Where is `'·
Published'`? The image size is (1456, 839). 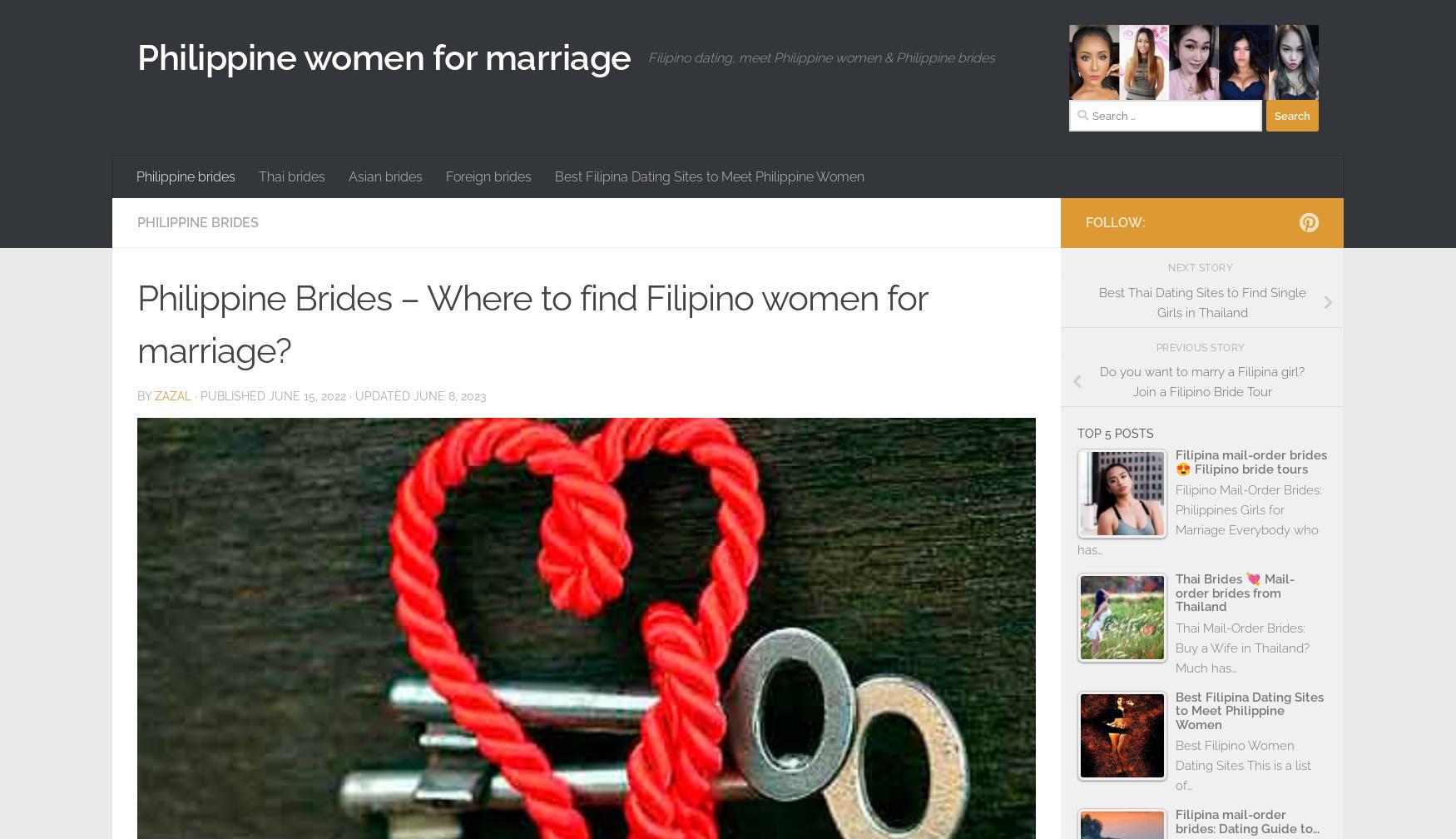 '·
Published' is located at coordinates (230, 395).